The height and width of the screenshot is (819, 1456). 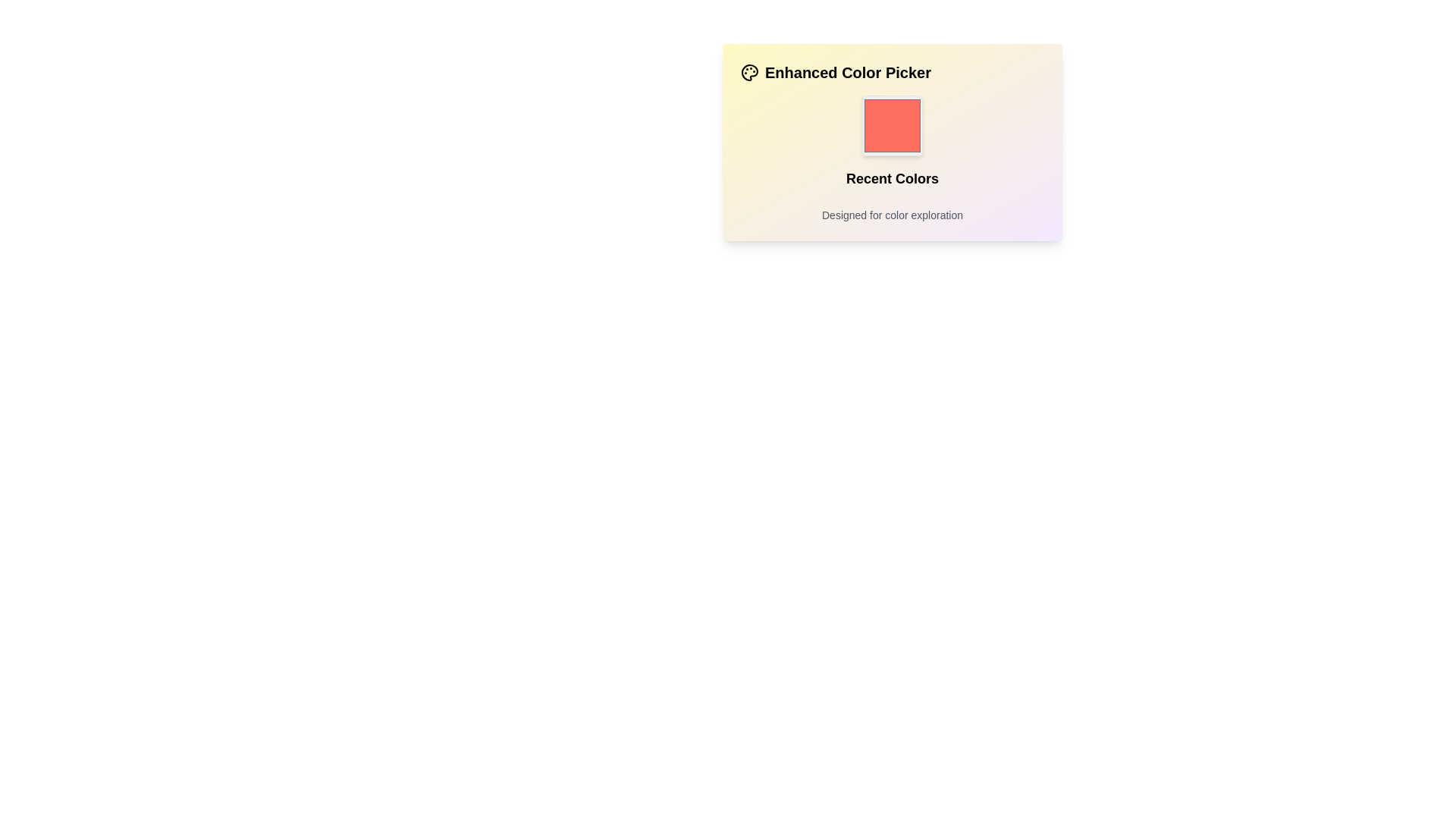 I want to click on the Information Display Section that visually represents recently selected colors, located centrally below the 'Enhanced Color Picker' title, so click(x=892, y=158).